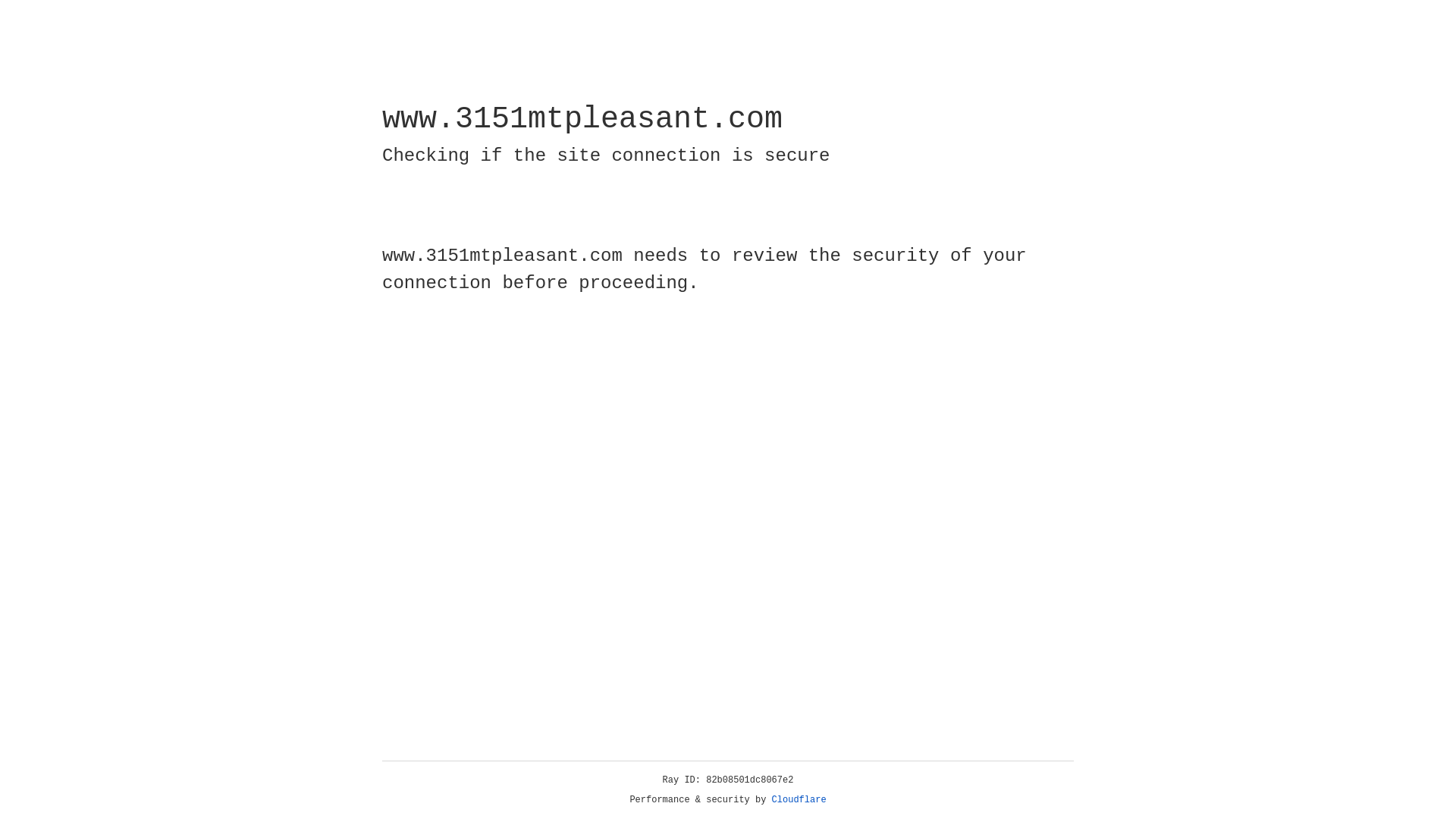 The width and height of the screenshot is (1456, 819). What do you see at coordinates (799, 799) in the screenshot?
I see `'Cloudflare'` at bounding box center [799, 799].